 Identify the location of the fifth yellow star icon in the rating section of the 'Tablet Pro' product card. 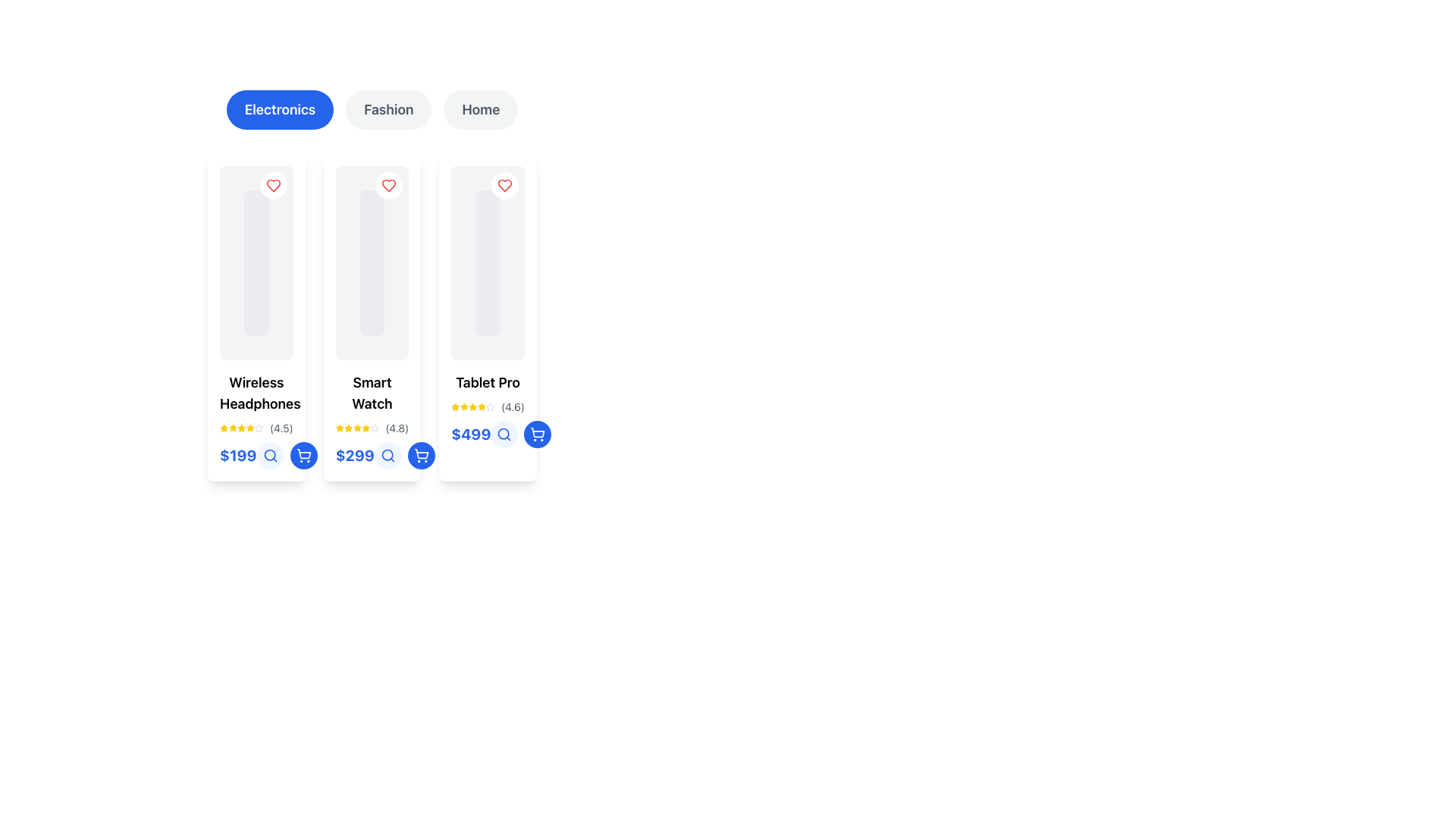
(481, 406).